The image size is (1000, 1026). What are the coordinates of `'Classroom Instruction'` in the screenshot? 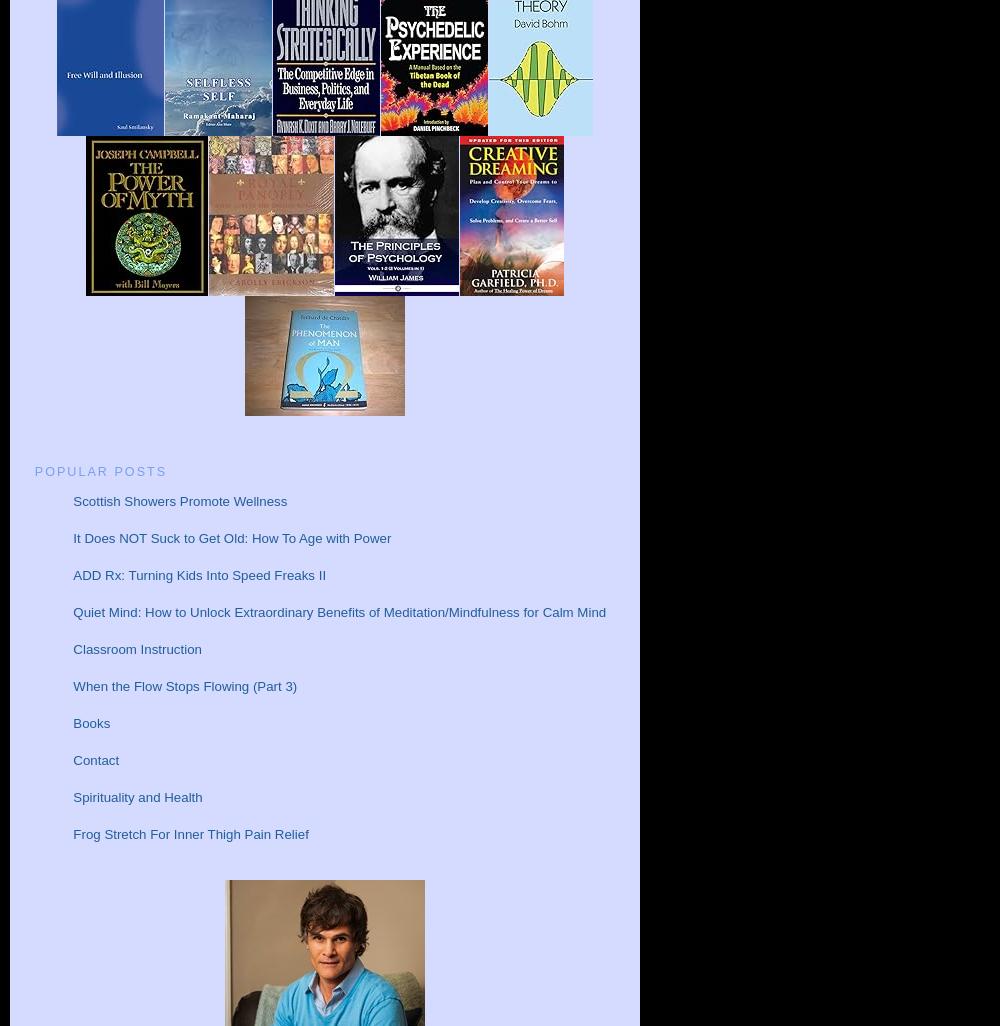 It's located at (137, 648).